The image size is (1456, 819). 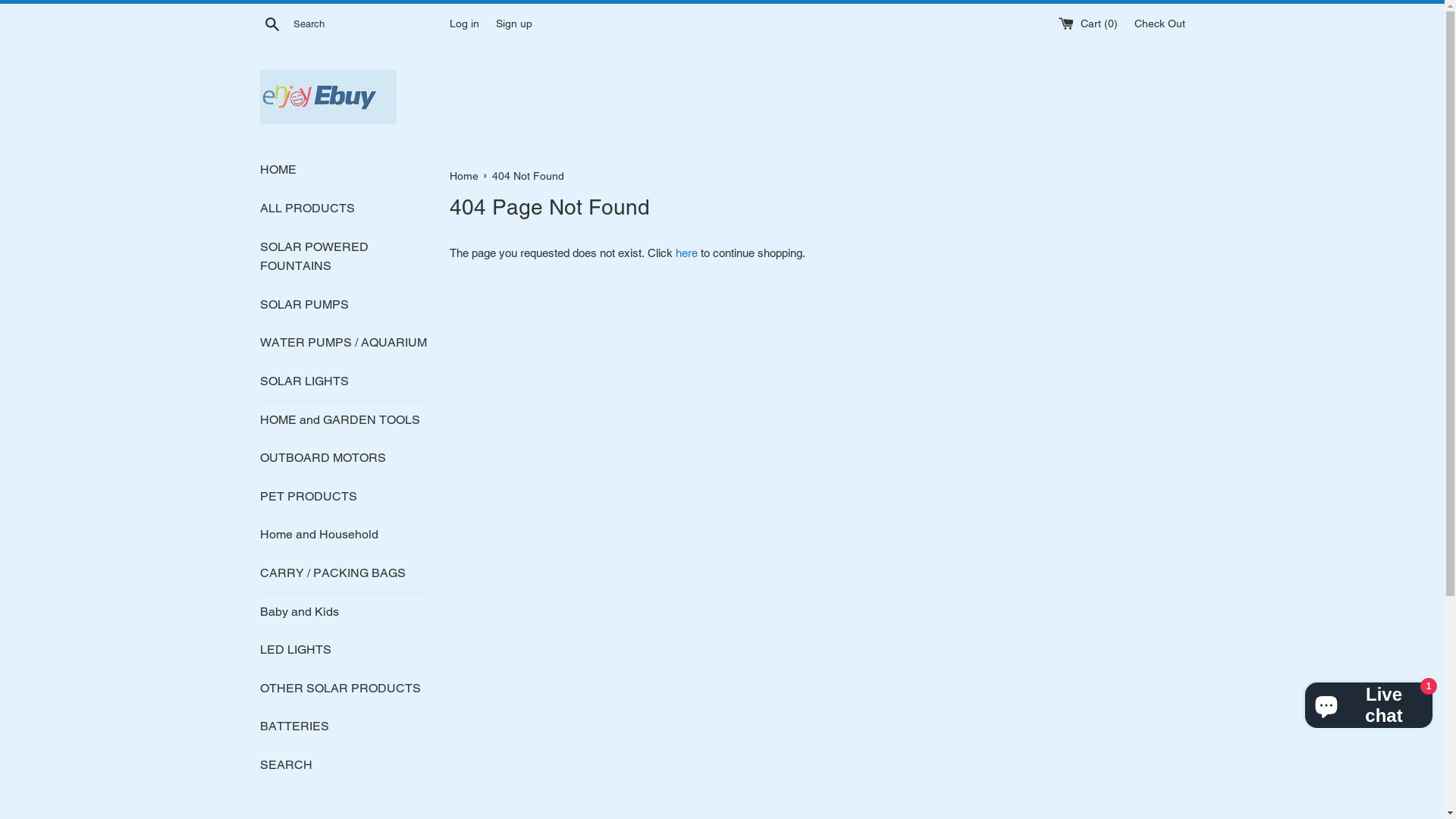 What do you see at coordinates (341, 169) in the screenshot?
I see `'HOME'` at bounding box center [341, 169].